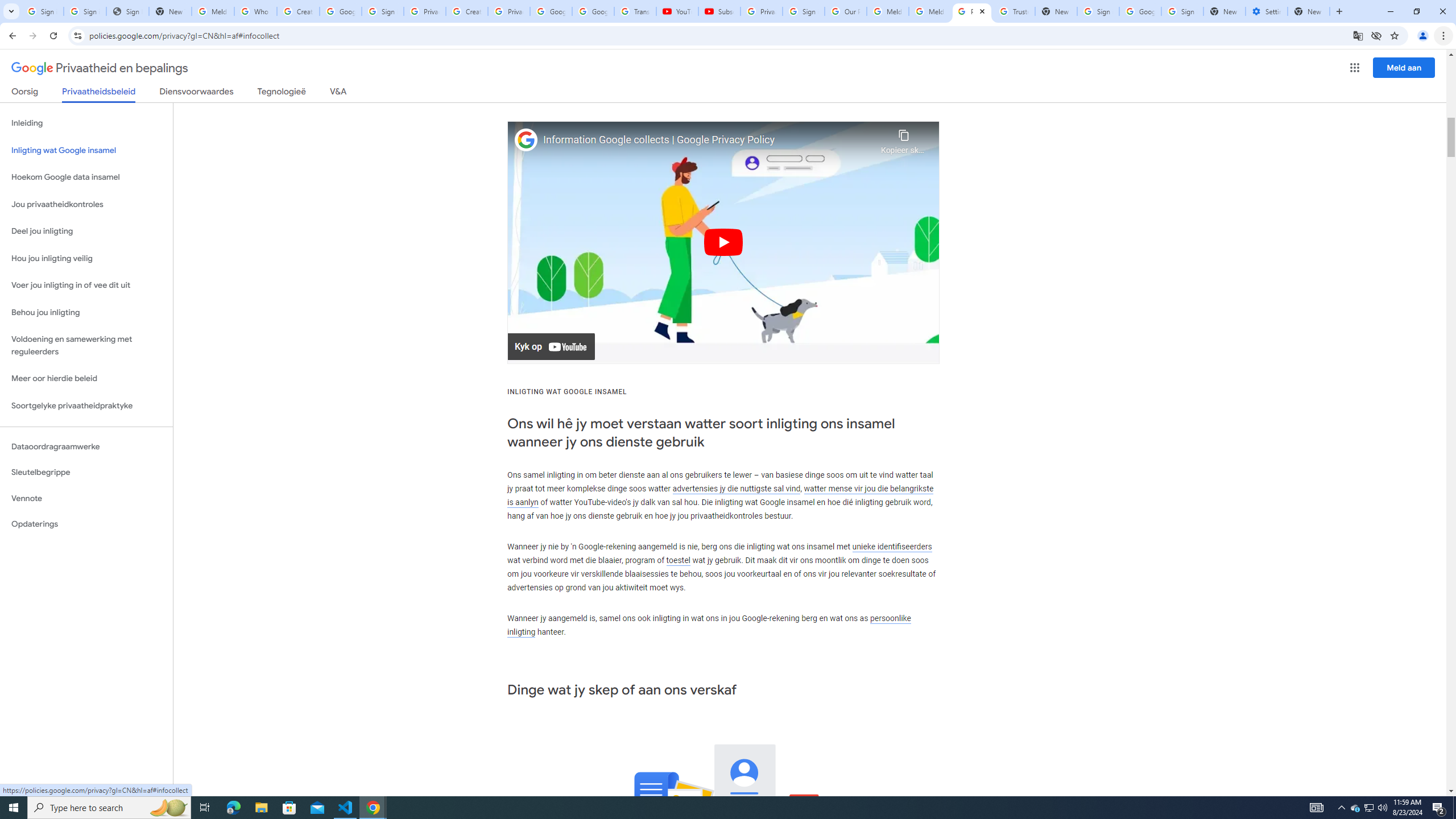  What do you see at coordinates (86, 498) in the screenshot?
I see `'Vennote'` at bounding box center [86, 498].